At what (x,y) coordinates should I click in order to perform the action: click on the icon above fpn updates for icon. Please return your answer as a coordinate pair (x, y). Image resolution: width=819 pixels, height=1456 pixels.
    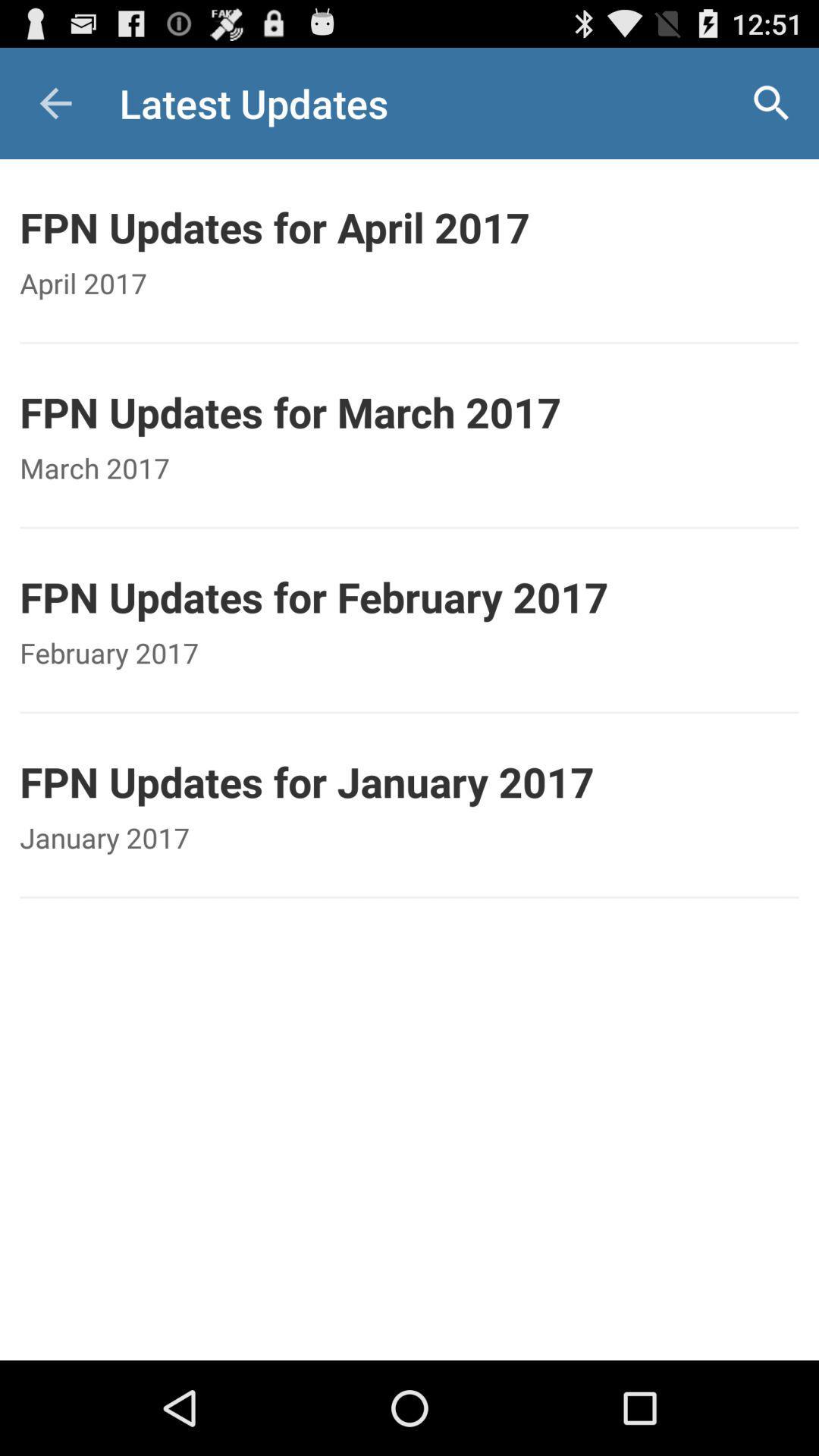
    Looking at the image, I should click on (771, 102).